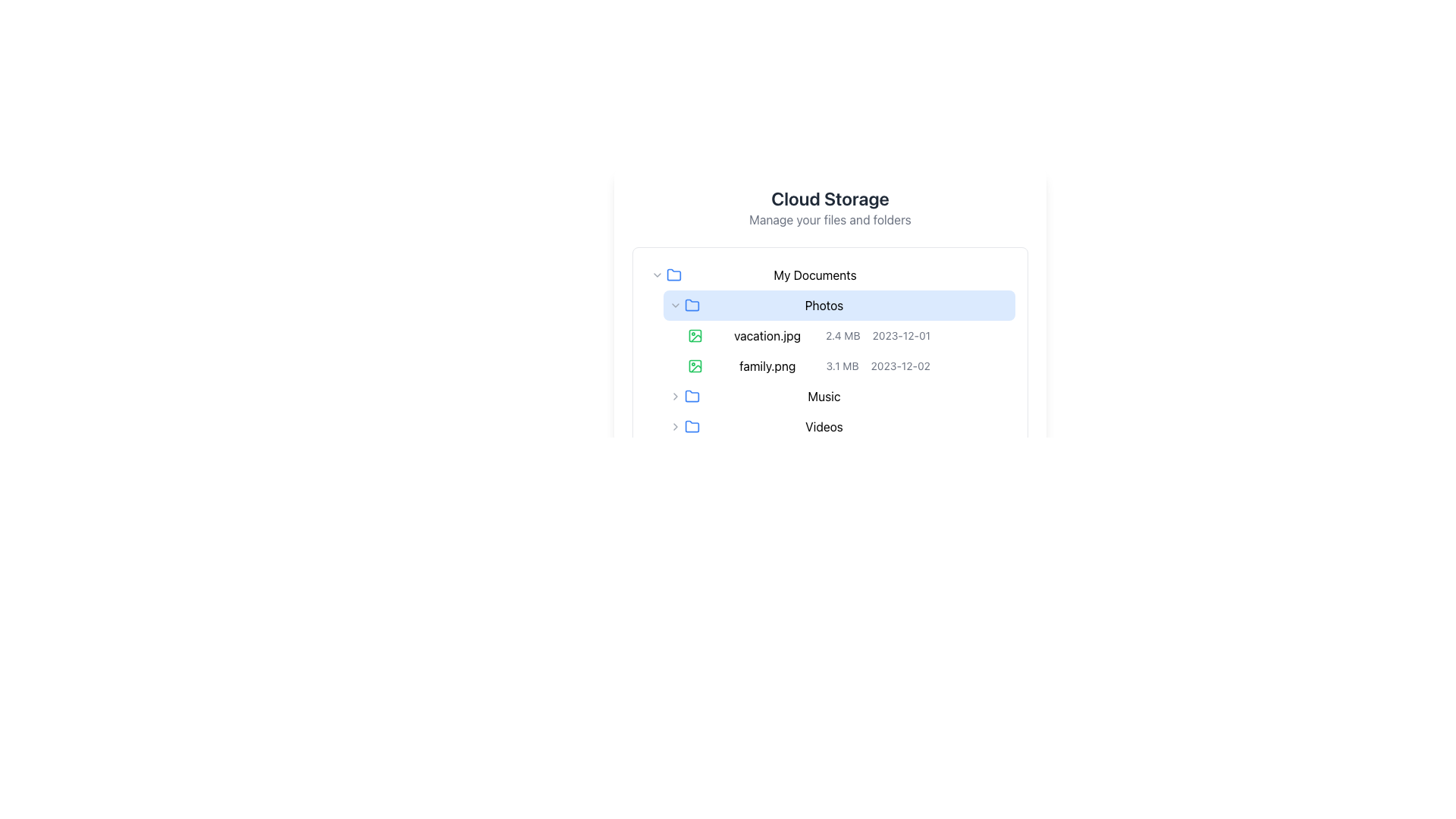 The height and width of the screenshot is (819, 1456). Describe the element at coordinates (814, 275) in the screenshot. I see `the 'My Documents' label in the Cloud Storage interface` at that location.